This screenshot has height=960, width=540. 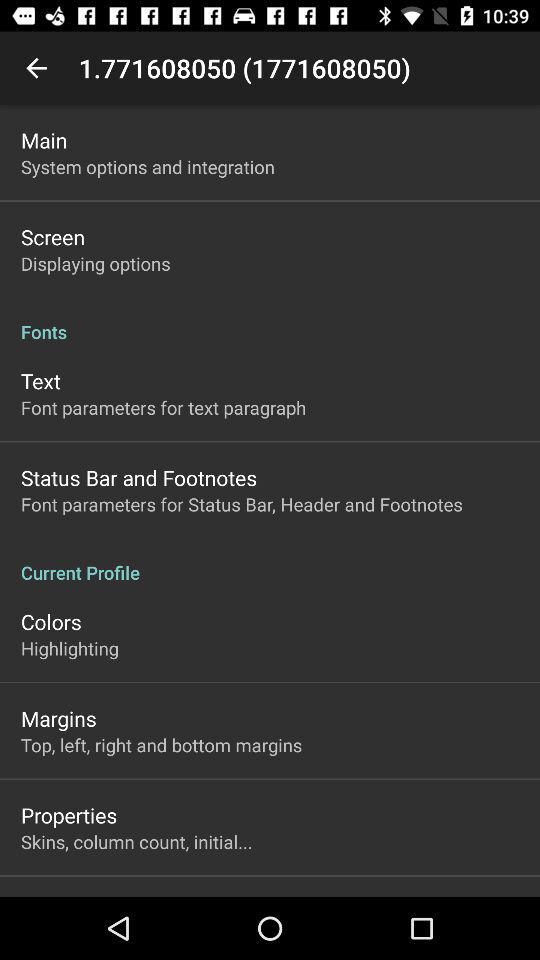 I want to click on screen app, so click(x=53, y=237).